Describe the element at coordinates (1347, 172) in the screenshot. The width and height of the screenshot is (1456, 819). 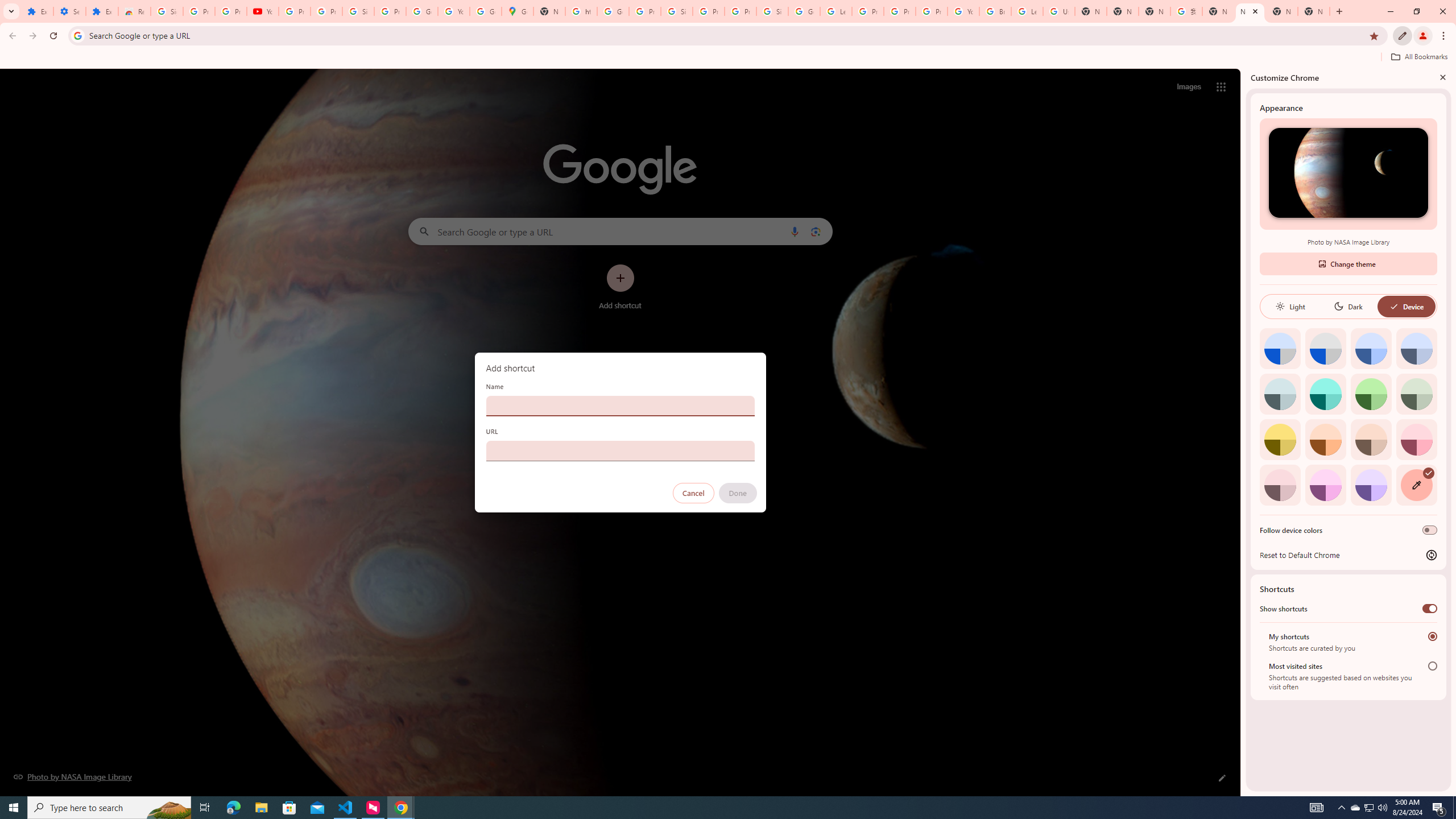
I see `'Photo by NASA Image Library'` at that location.